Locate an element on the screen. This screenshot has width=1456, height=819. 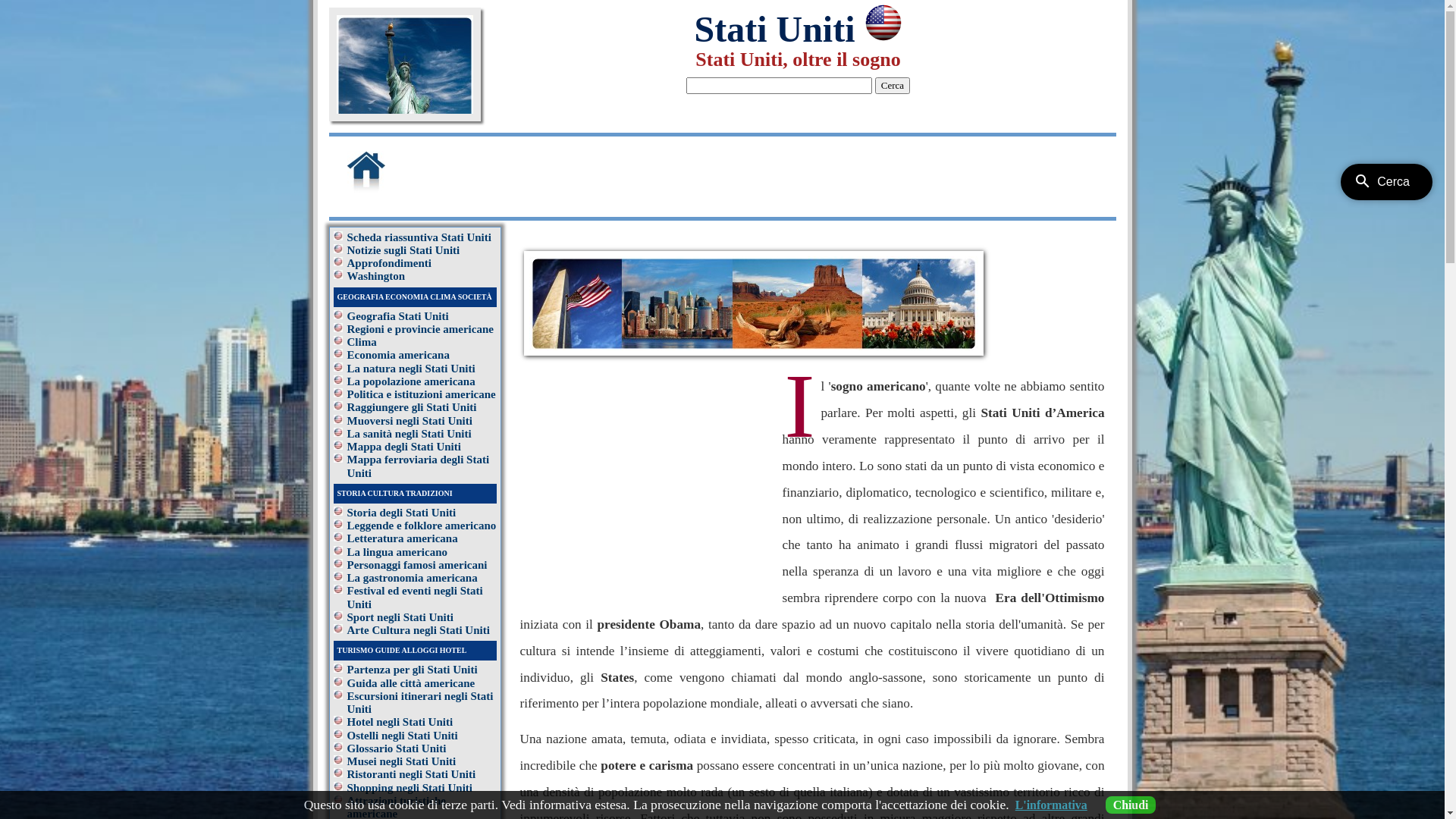
'Washington' is located at coordinates (376, 275).